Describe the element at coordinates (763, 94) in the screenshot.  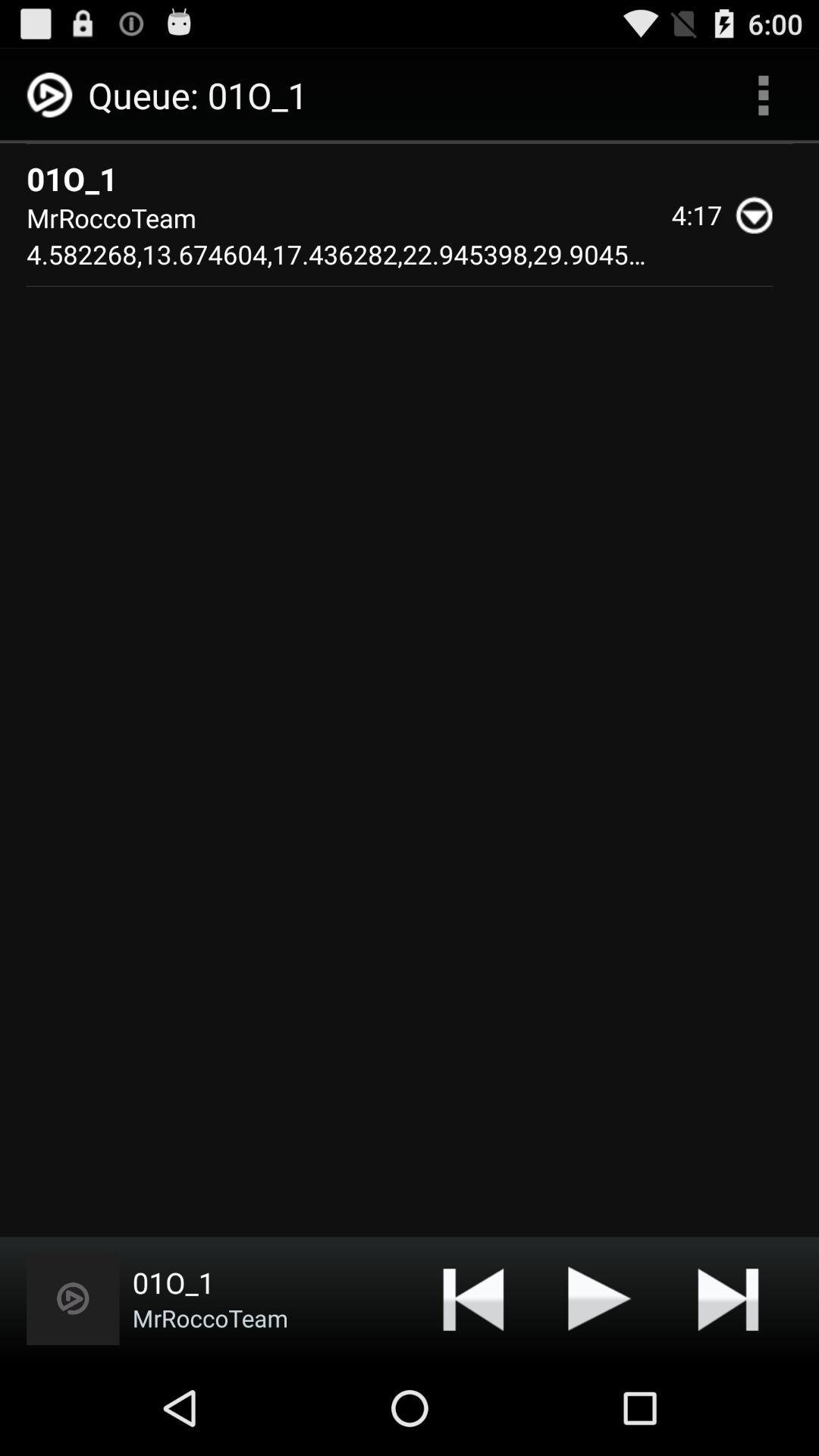
I see `icon next to the 01o_1 item` at that location.